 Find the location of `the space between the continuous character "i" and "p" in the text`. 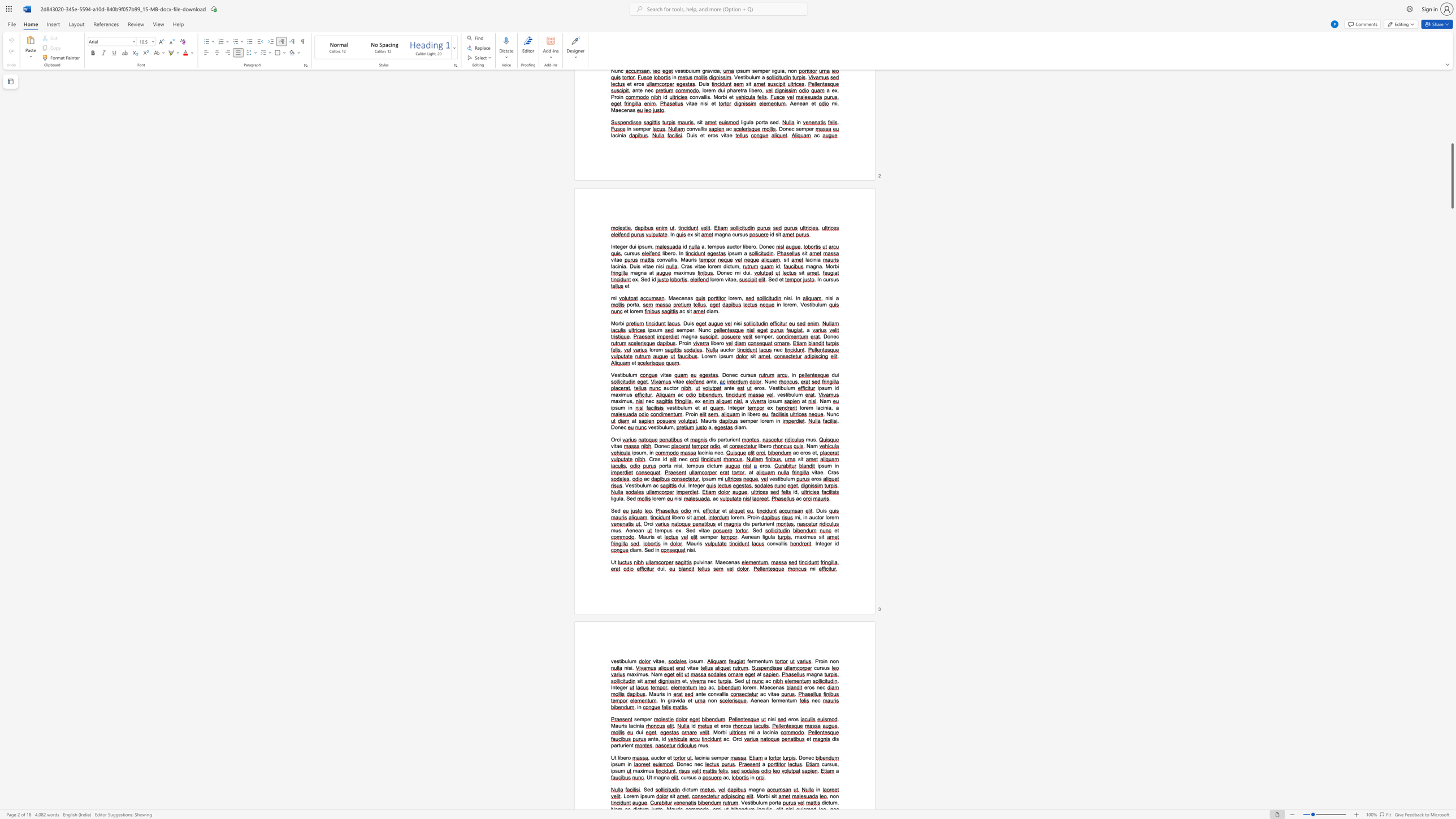

the space between the continuous character "i" and "p" in the text is located at coordinates (633, 453).